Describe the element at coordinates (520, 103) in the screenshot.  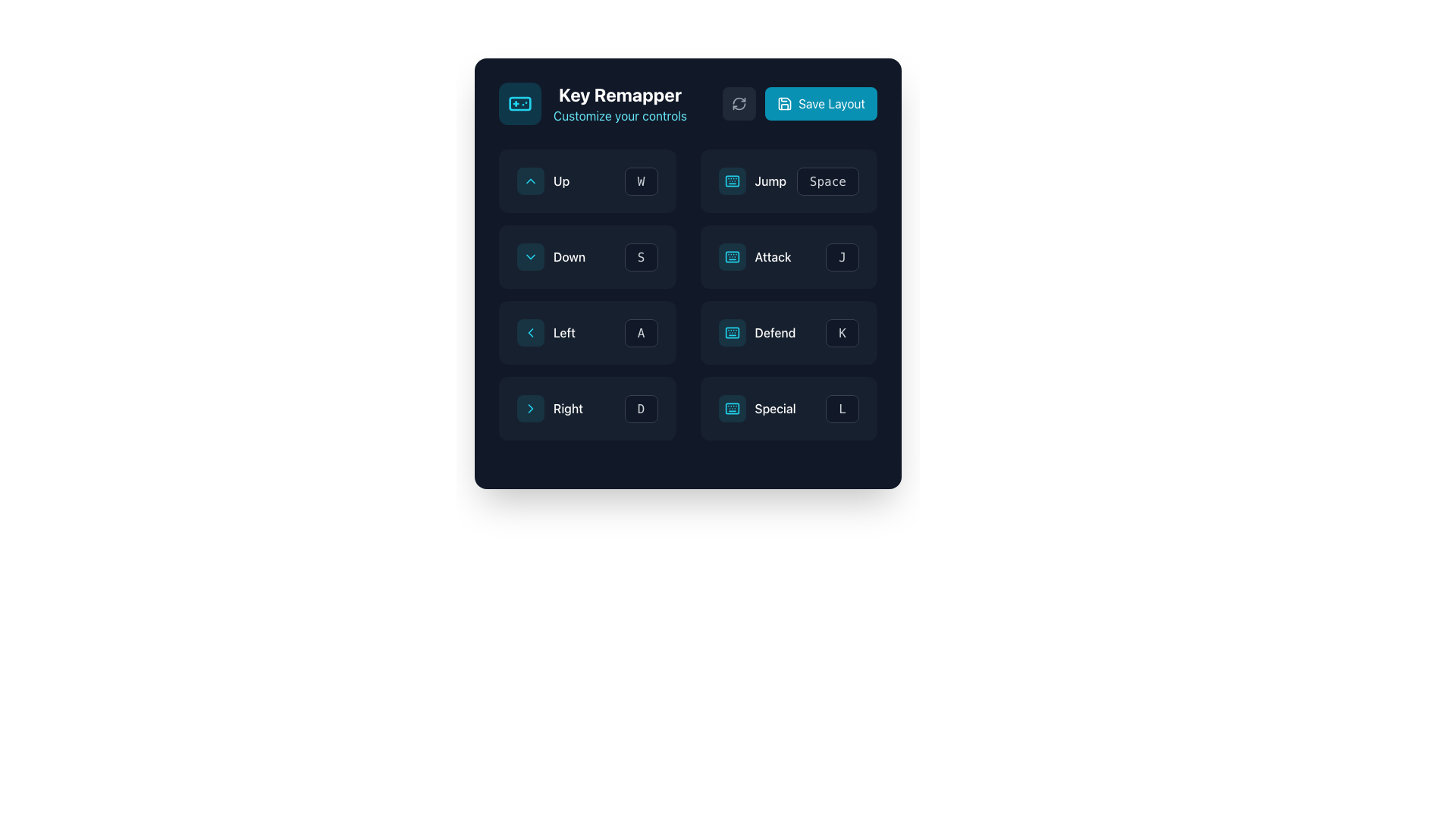
I see `the Icon Button with a cyan border and a game controller icon` at that location.